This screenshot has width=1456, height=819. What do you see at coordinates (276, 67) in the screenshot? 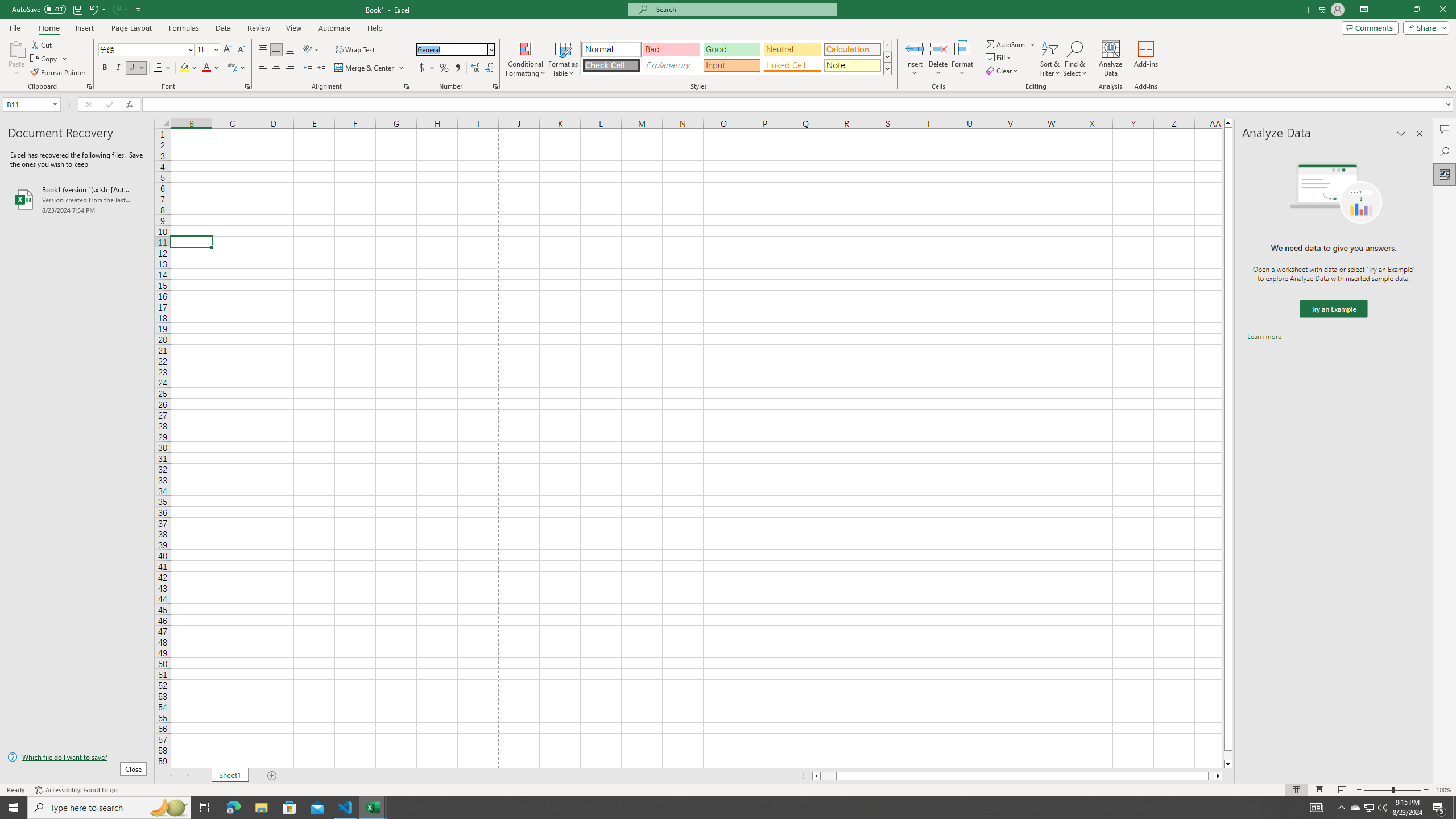
I see `'Center'` at bounding box center [276, 67].